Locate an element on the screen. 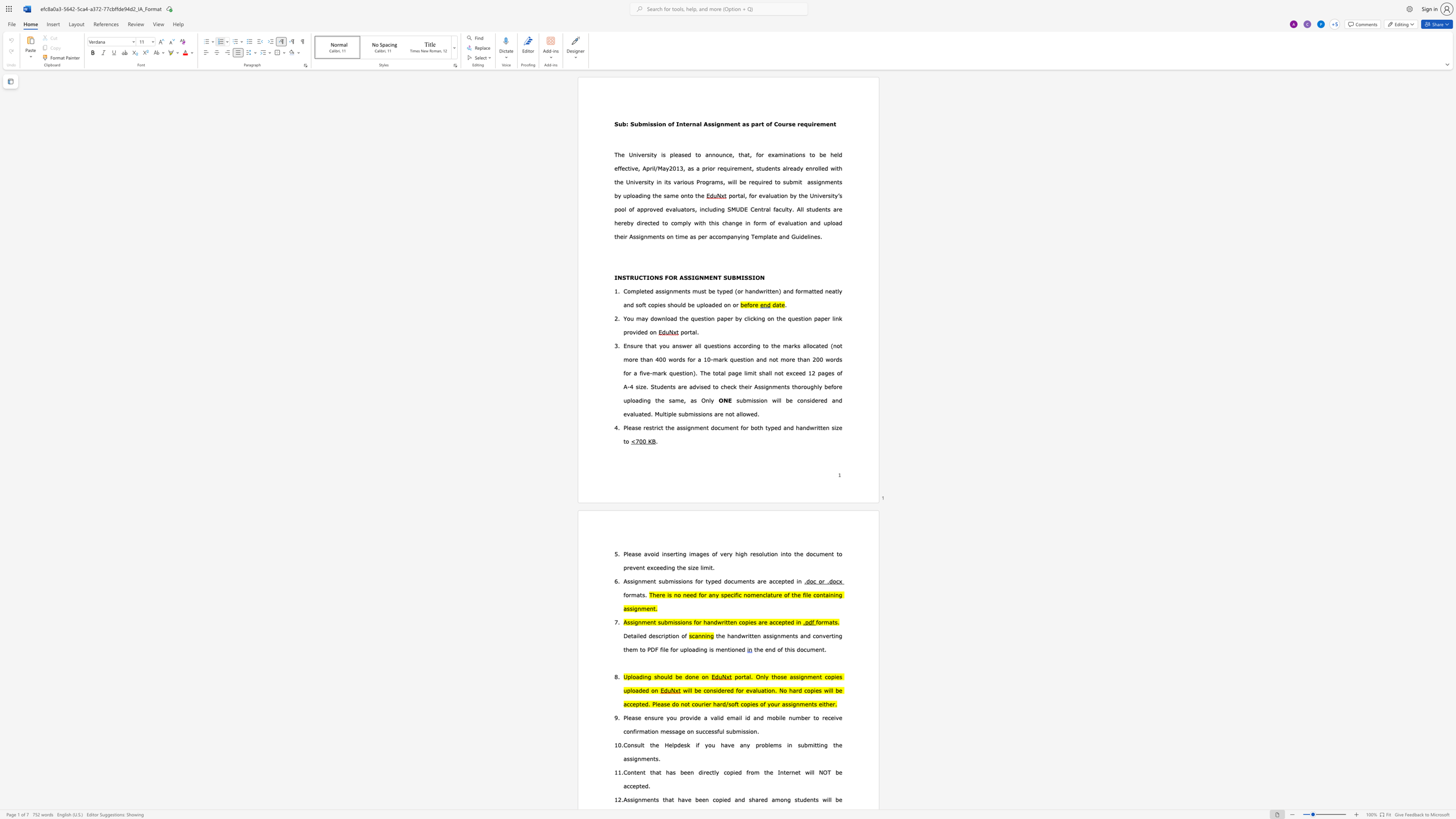 The height and width of the screenshot is (819, 1456). the 2th character "e" in the text is located at coordinates (639, 717).